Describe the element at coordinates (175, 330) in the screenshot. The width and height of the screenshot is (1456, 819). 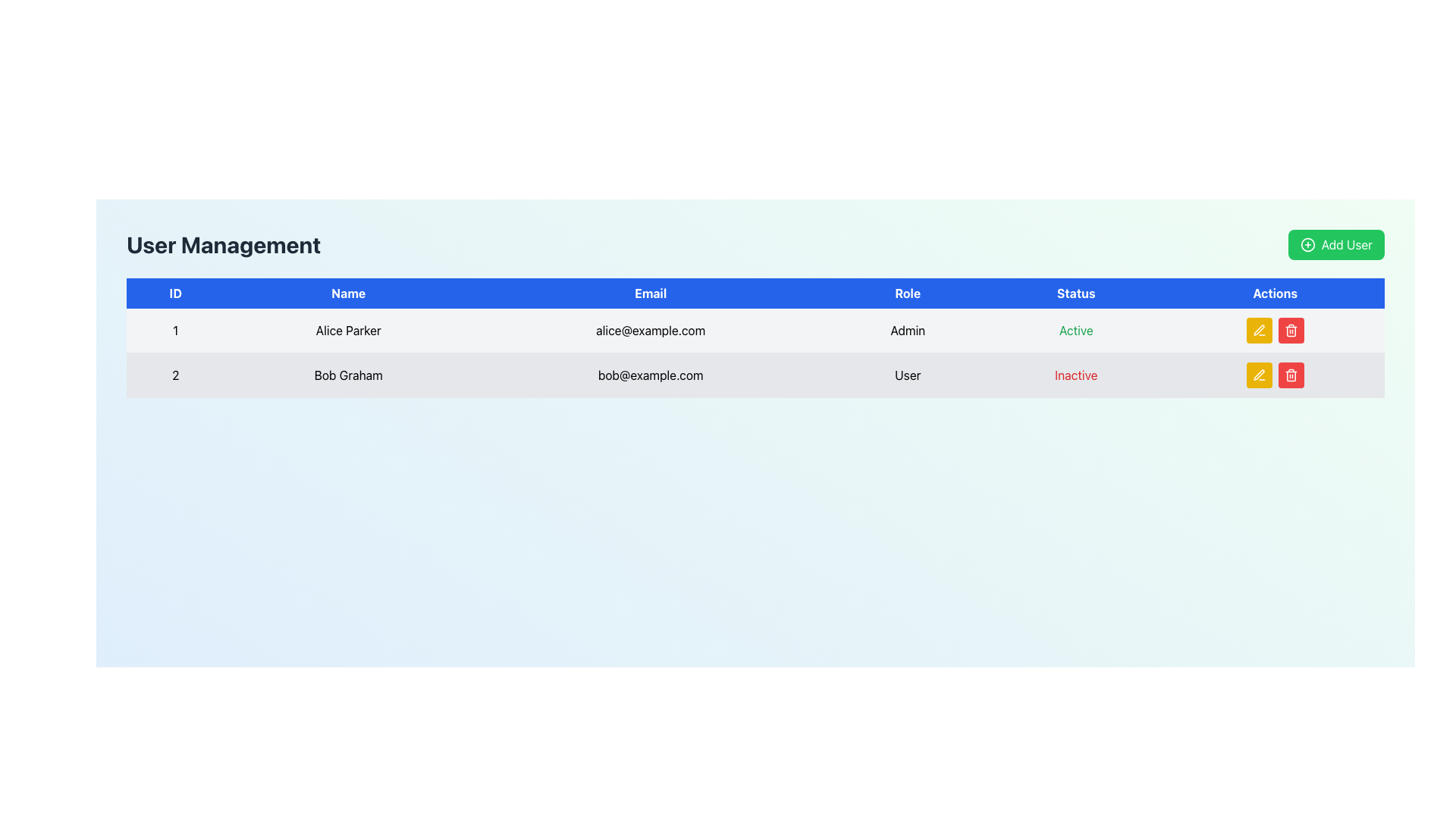
I see `the static text displaying the number '1' in the 'ID' column of the table row for 'Alice Parker'` at that location.